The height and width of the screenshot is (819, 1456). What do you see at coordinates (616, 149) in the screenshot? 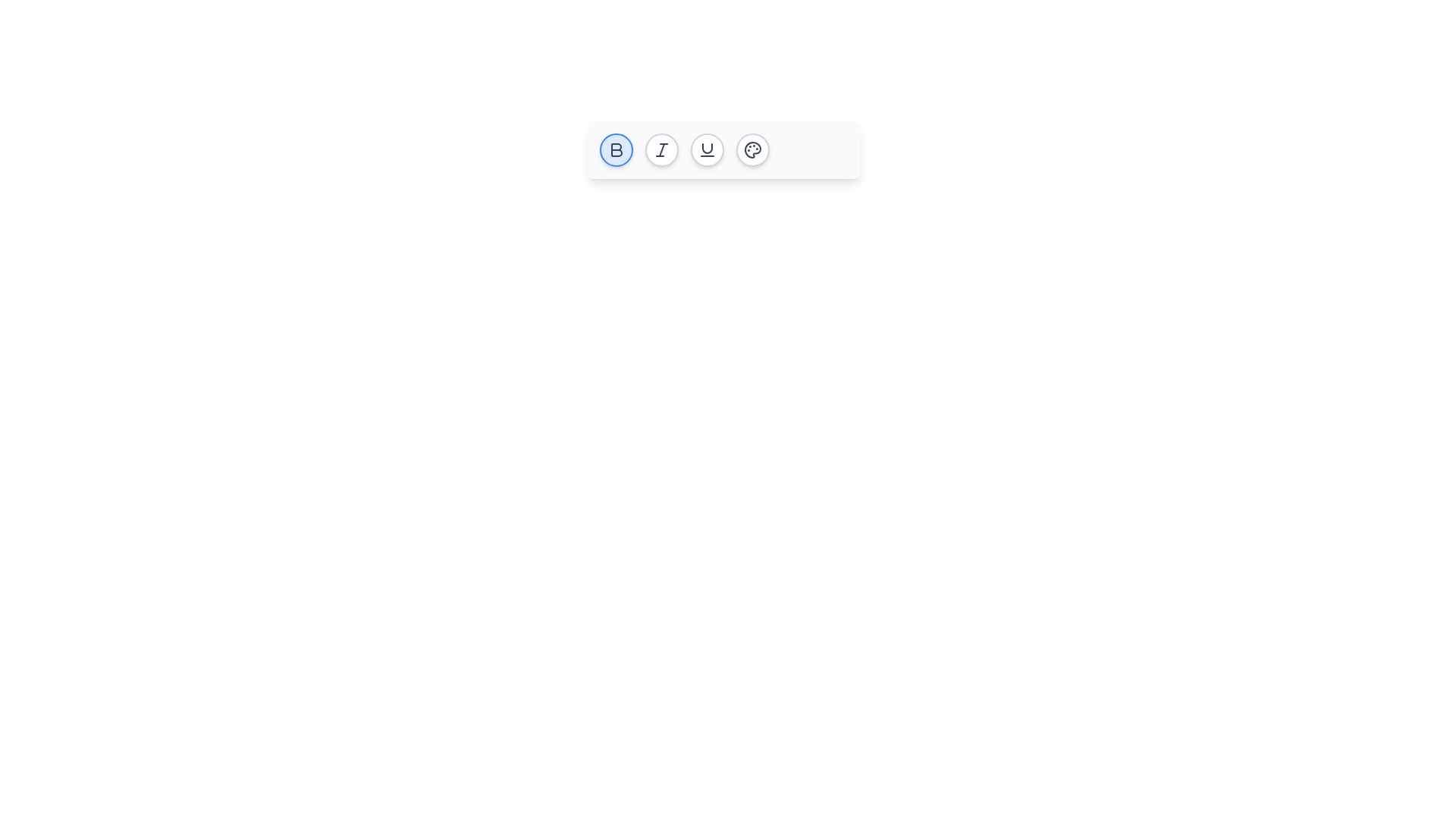
I see `the circular button with a light blue background and a bold 'B' icon, which is the leftmost item in a horizontal group of text styling buttons` at bounding box center [616, 149].